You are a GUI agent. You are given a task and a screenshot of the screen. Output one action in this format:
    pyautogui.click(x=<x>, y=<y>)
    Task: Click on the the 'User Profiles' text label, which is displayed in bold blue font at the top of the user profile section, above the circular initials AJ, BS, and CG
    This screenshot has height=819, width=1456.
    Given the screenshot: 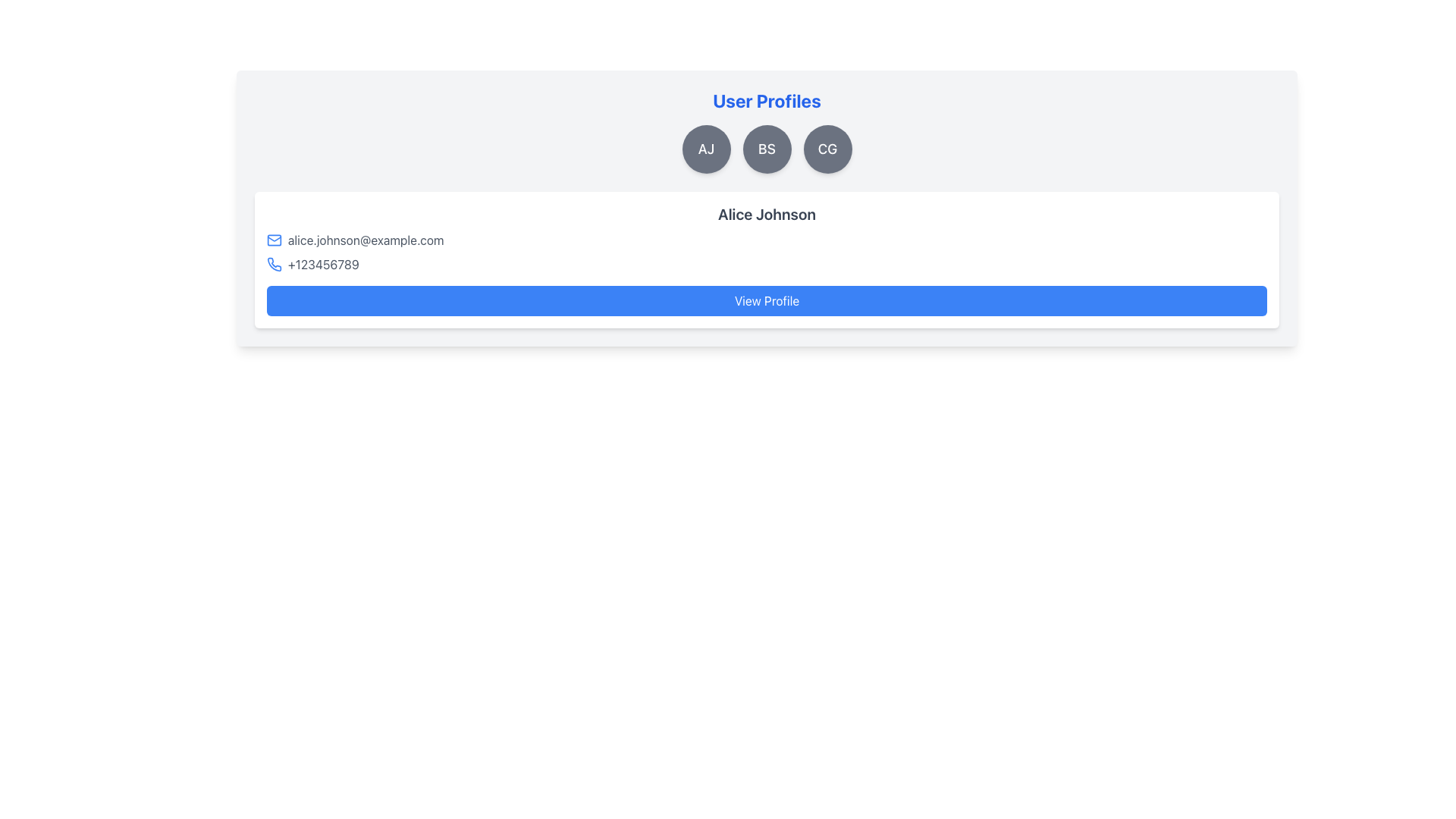 What is the action you would take?
    pyautogui.click(x=767, y=100)
    